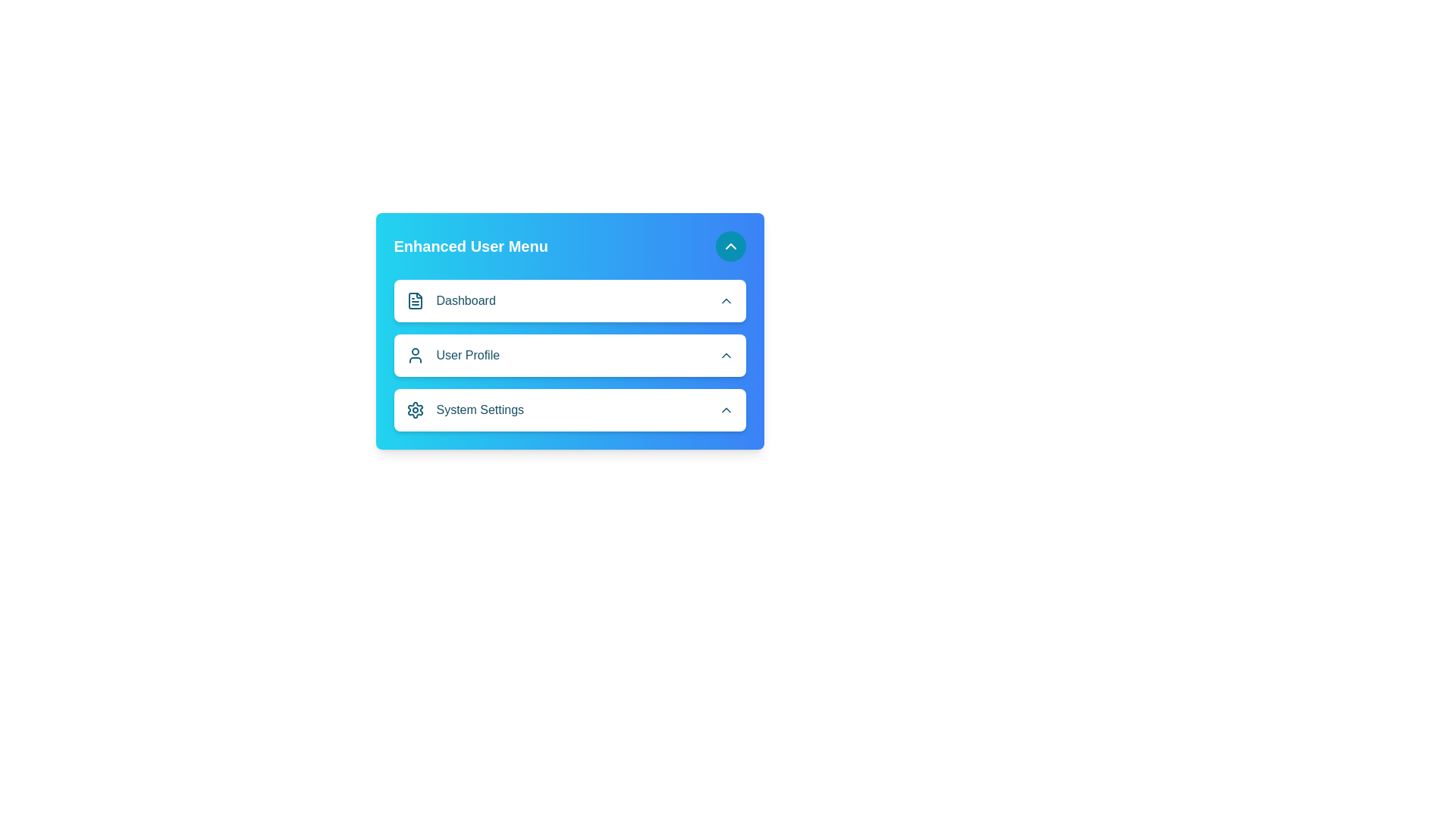 The width and height of the screenshot is (1456, 819). Describe the element at coordinates (569, 356) in the screenshot. I see `the second button in the vertical list of three buttons` at that location.